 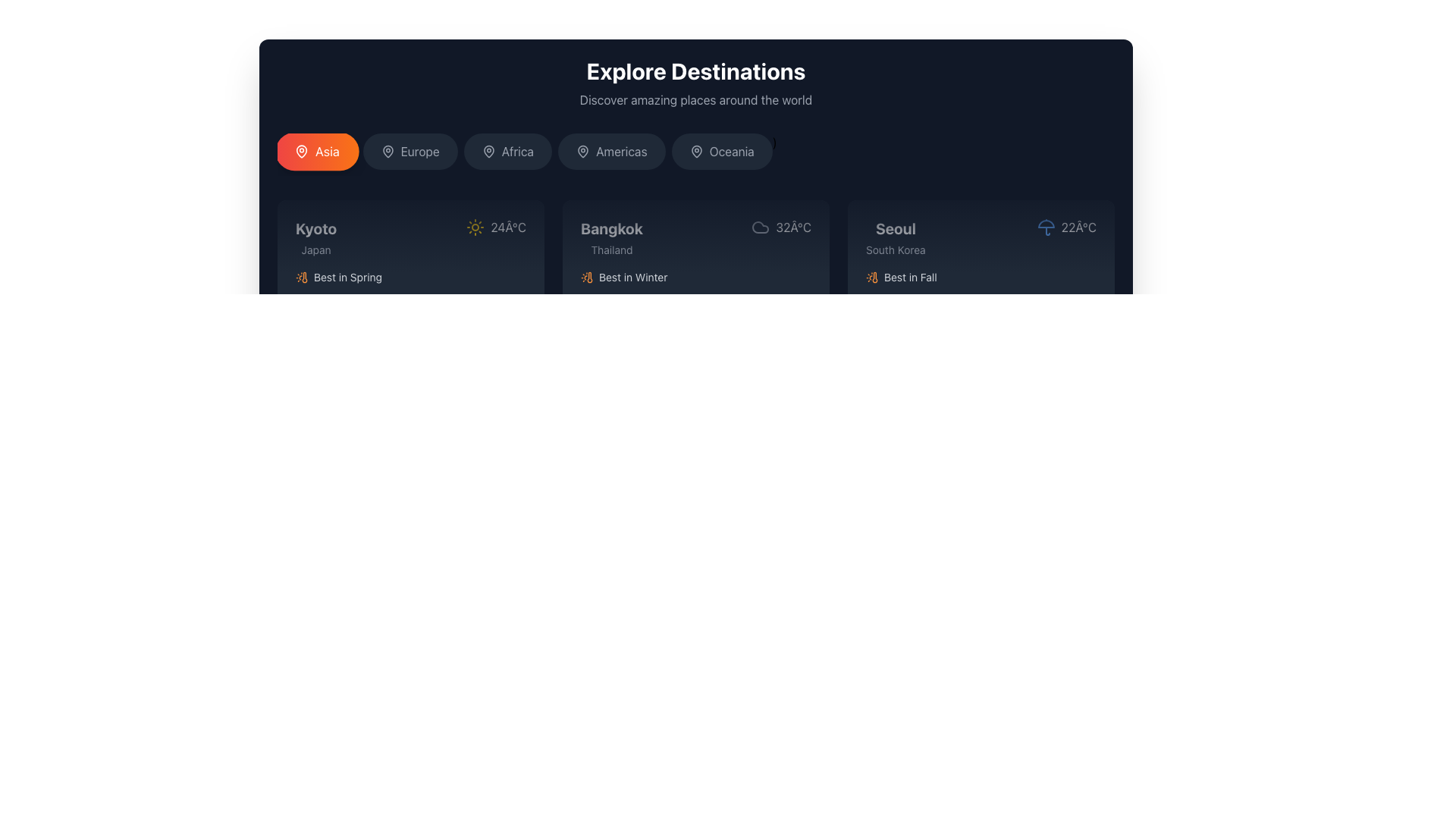 What do you see at coordinates (315, 237) in the screenshot?
I see `the static text label displaying 'Kyoto' in bold, large font and 'Japan' in smaller gray font, located in the top-left region of a card-like structure` at bounding box center [315, 237].